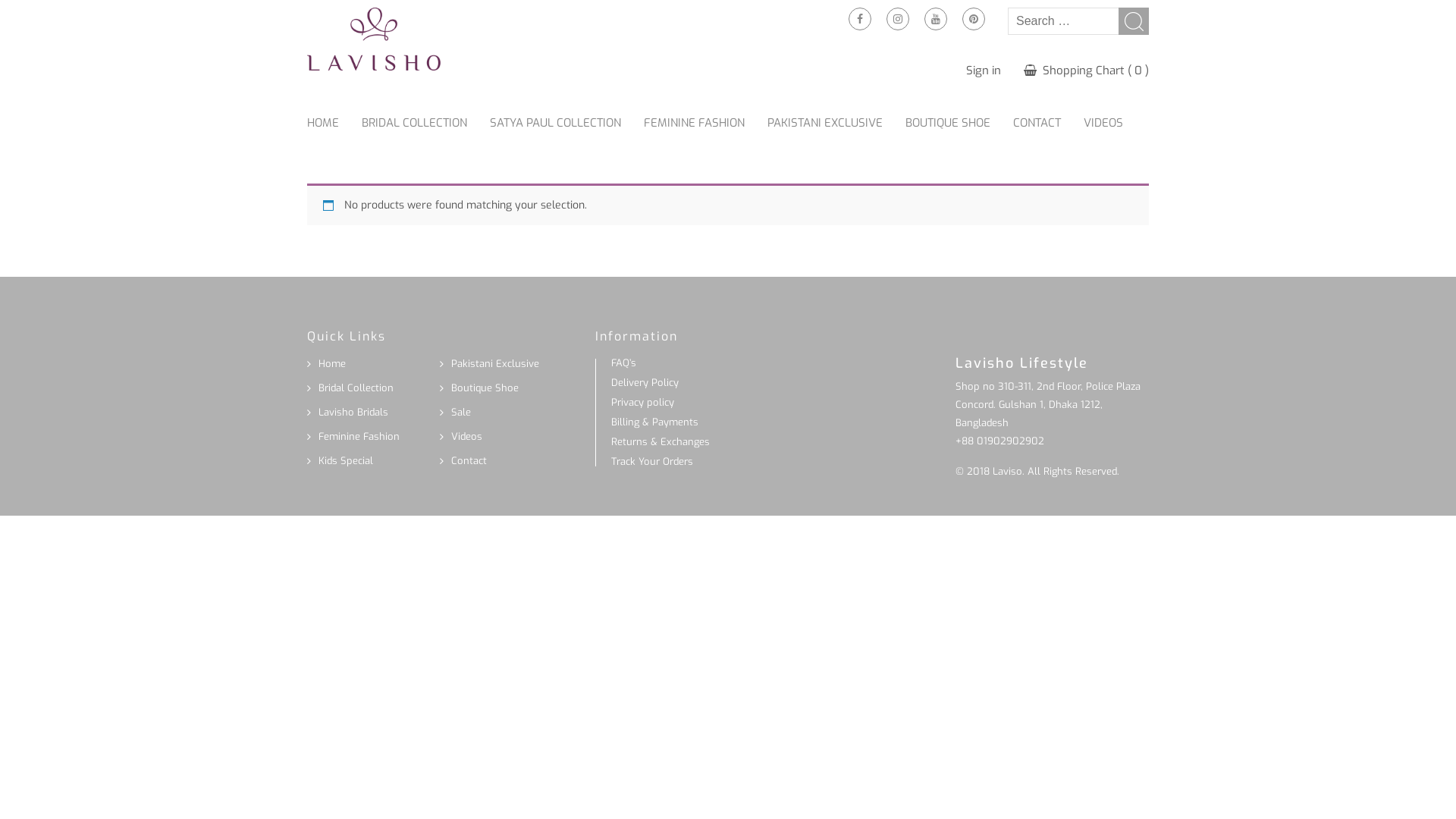  Describe the element at coordinates (983, 70) in the screenshot. I see `'Sign in'` at that location.